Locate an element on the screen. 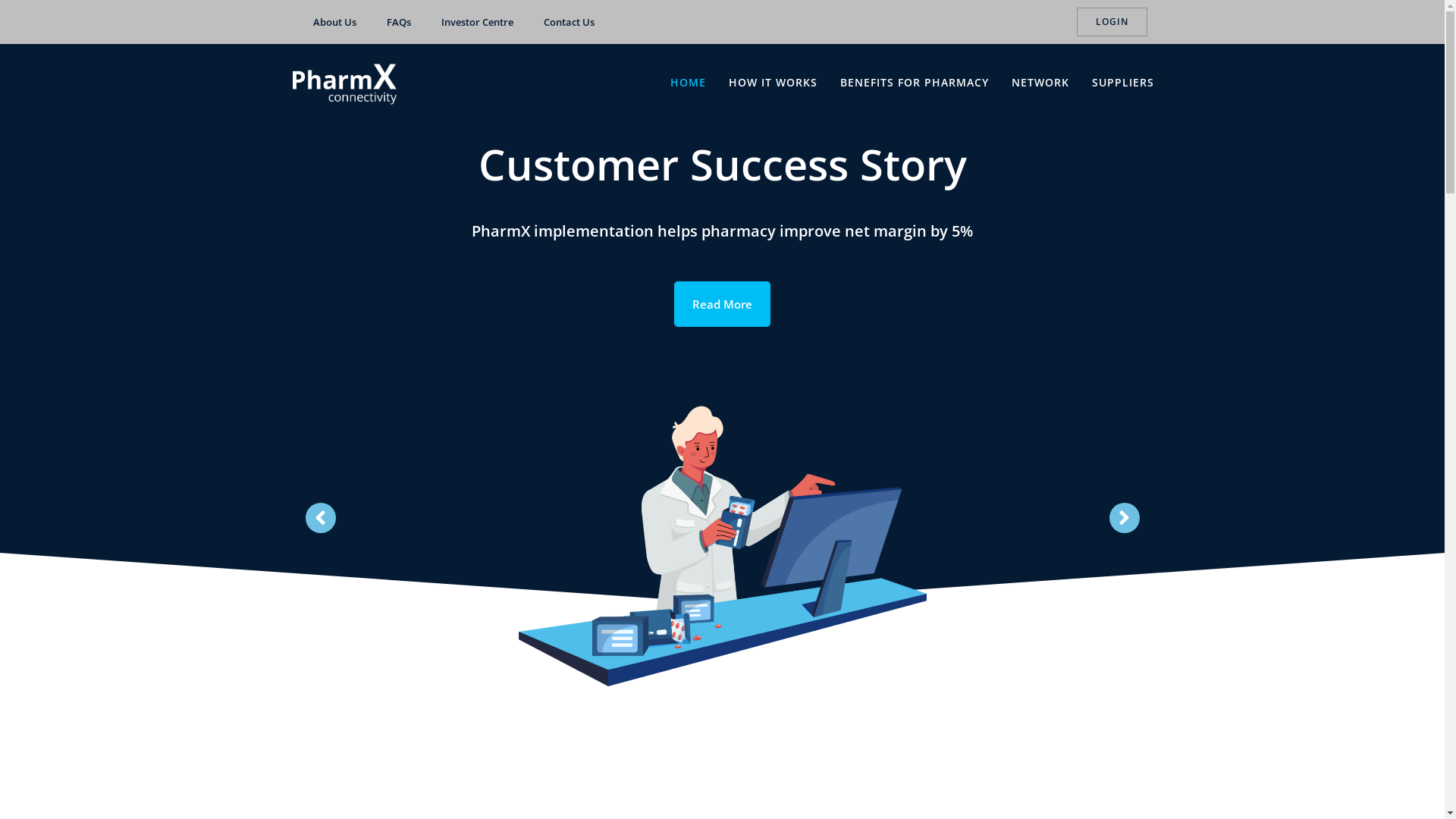 Image resolution: width=1456 pixels, height=819 pixels. 'NETWORK' is located at coordinates (1012, 81).